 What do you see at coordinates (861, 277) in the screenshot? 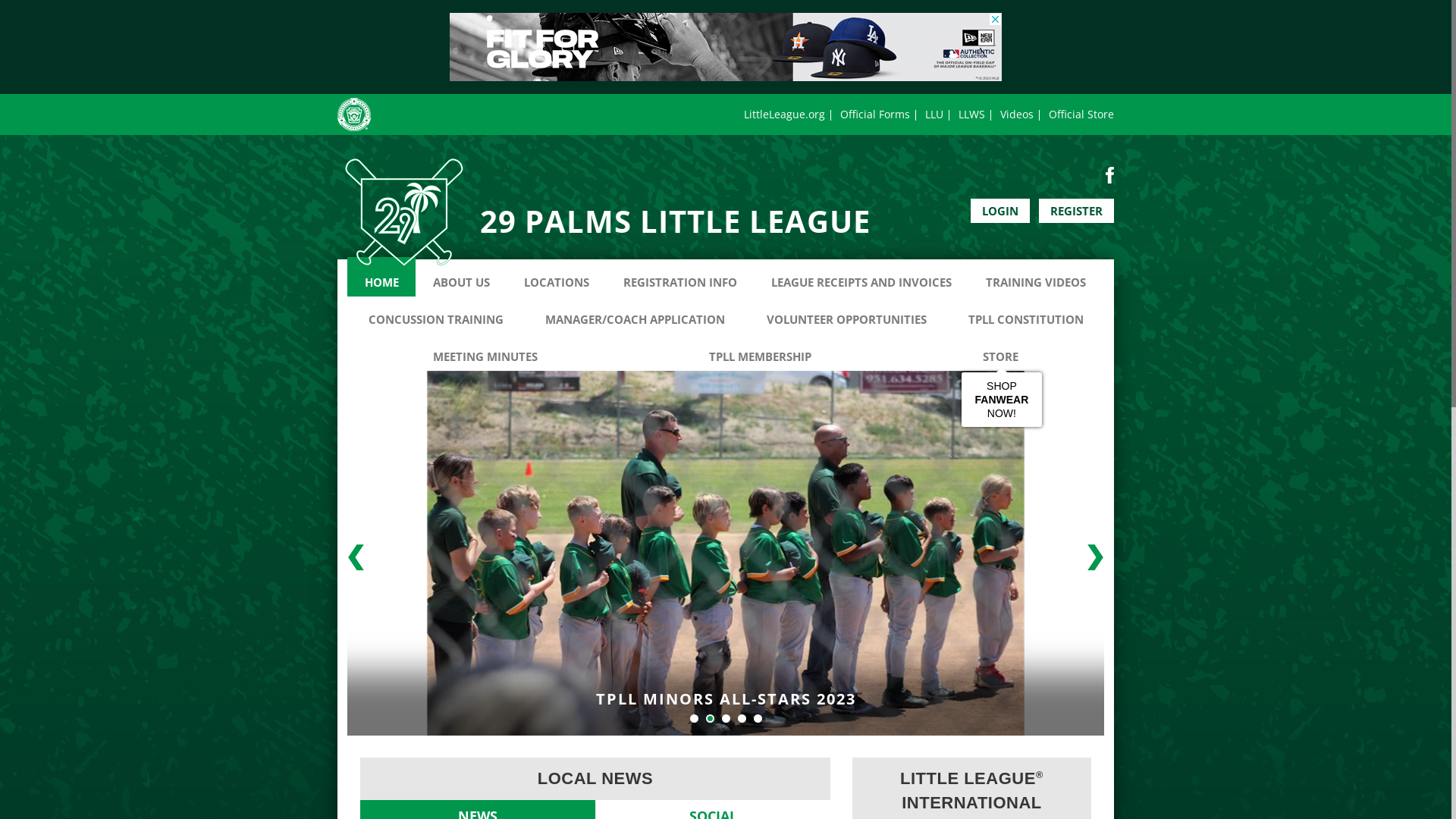
I see `'LEAGUE RECEIPTS AND INVOICES'` at bounding box center [861, 277].